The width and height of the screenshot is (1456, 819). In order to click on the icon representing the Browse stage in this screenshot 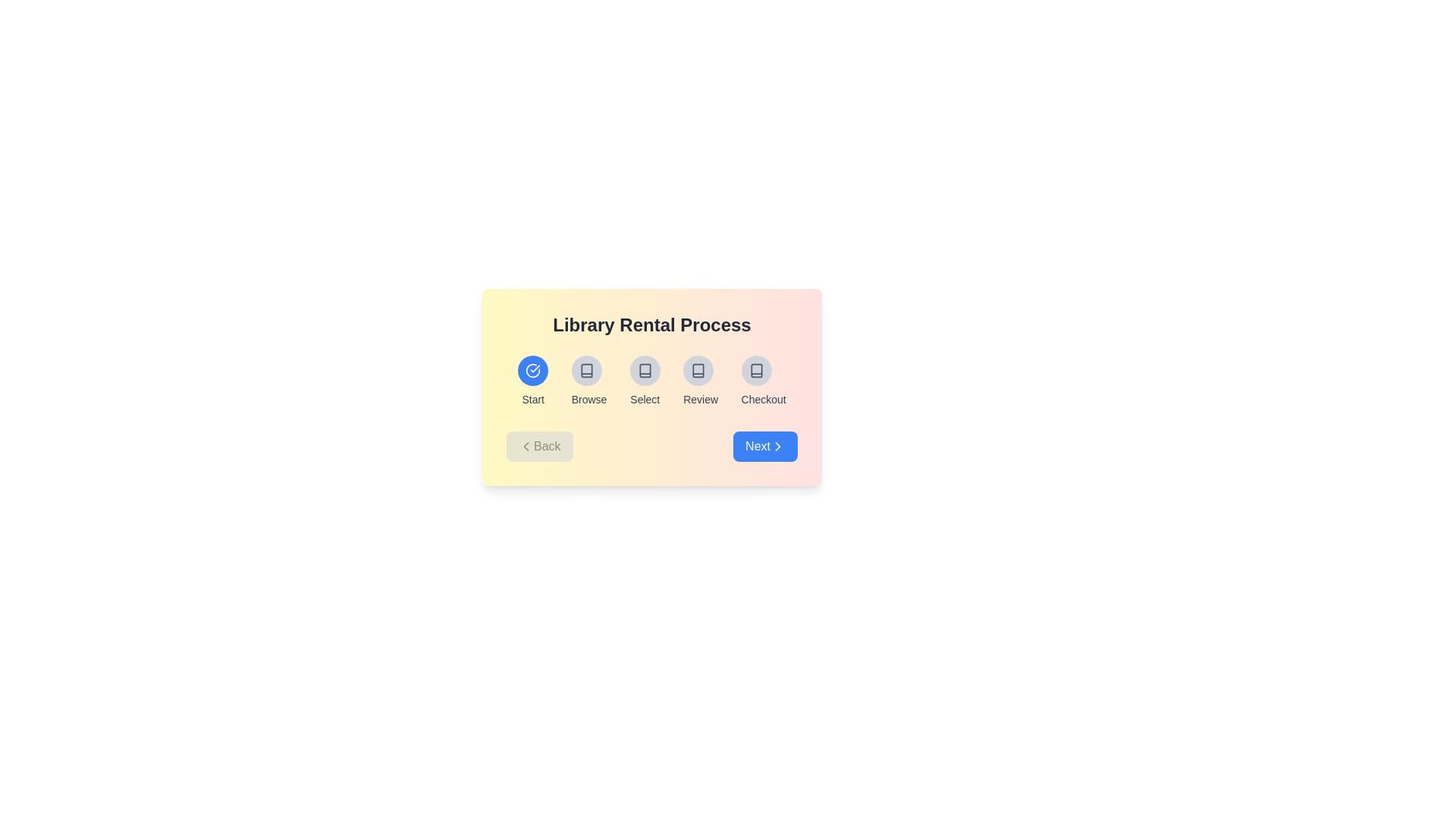, I will do `click(585, 371)`.